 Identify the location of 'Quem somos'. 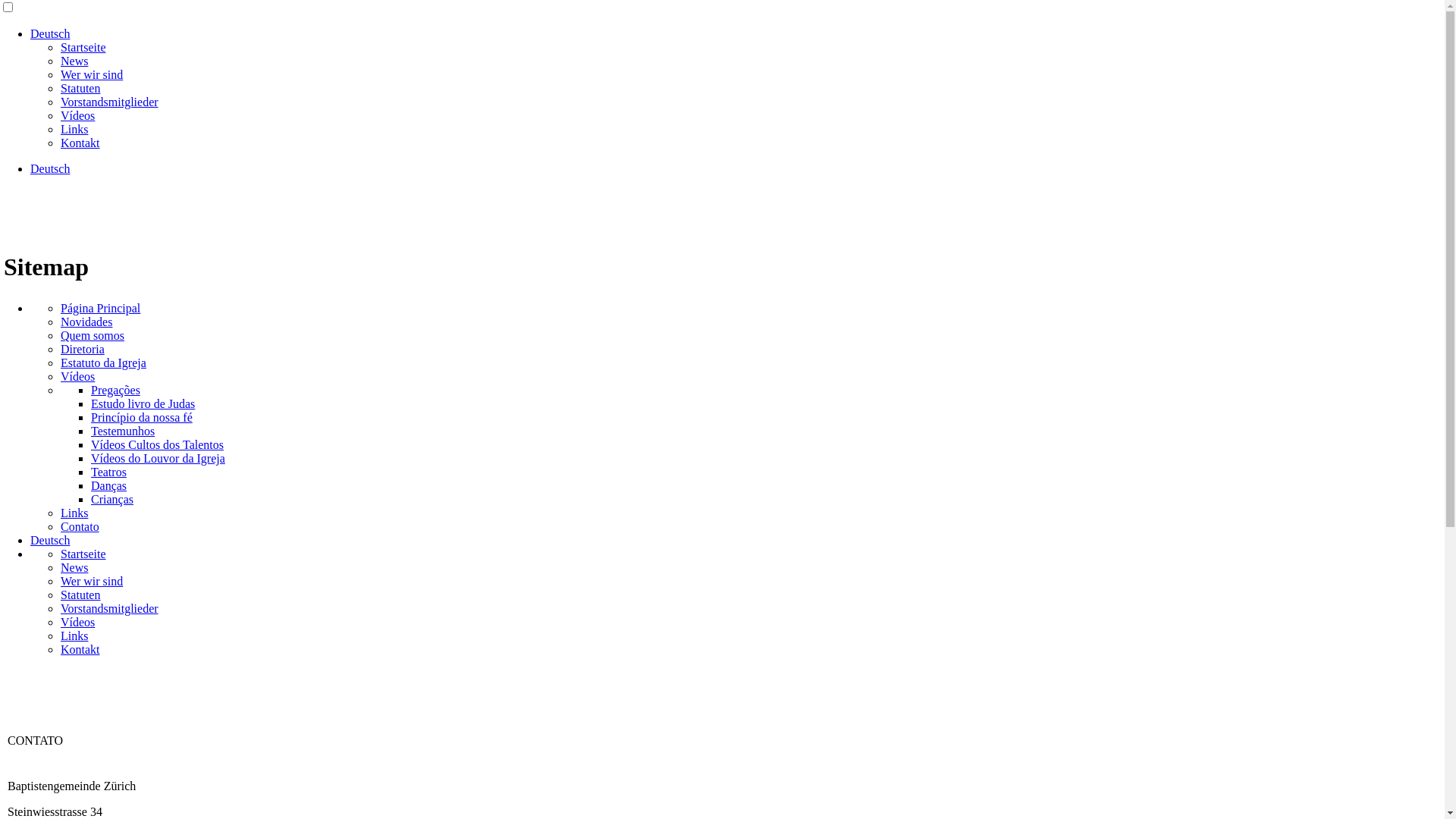
(91, 334).